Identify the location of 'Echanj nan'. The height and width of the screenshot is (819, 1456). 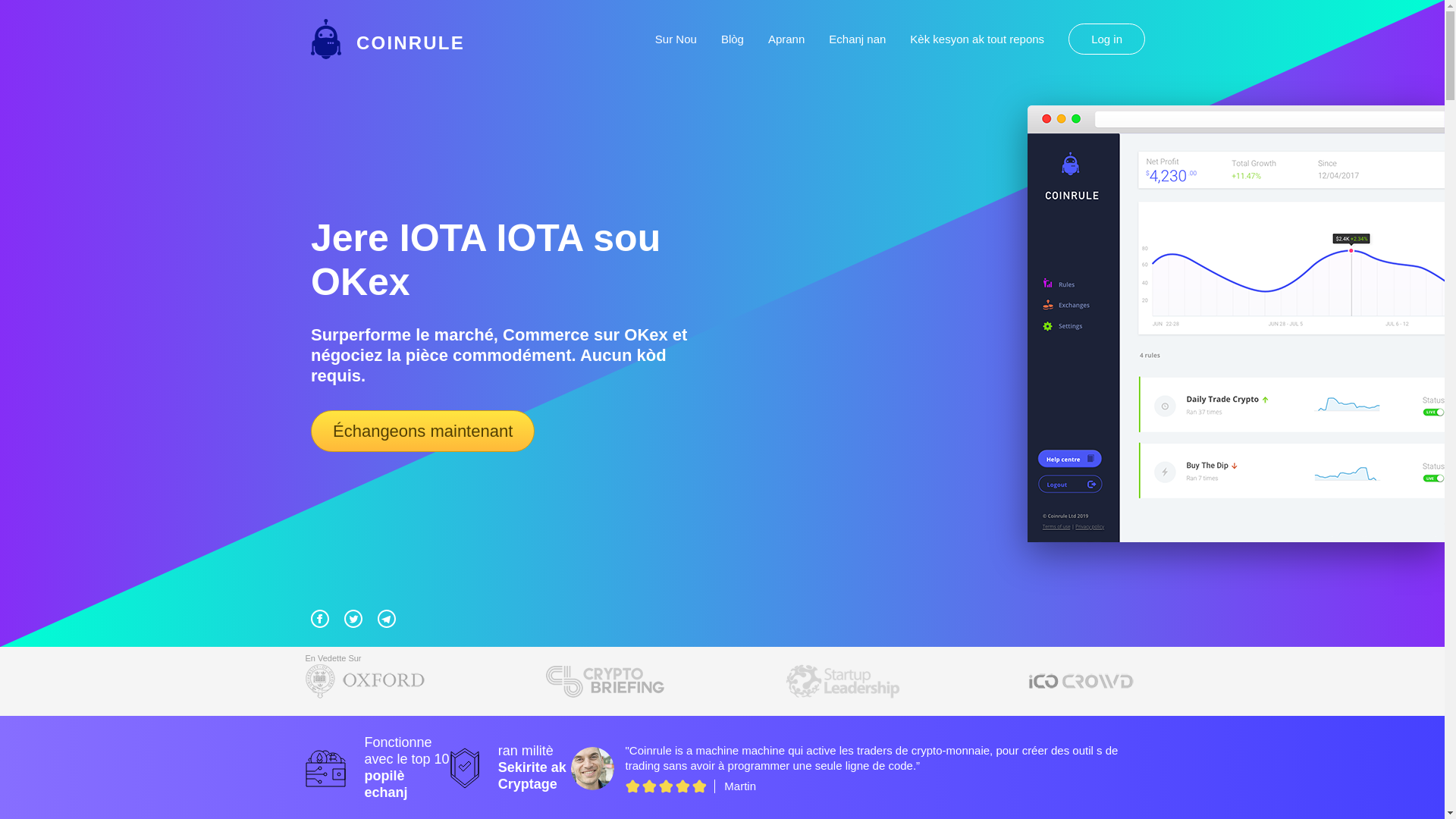
(857, 38).